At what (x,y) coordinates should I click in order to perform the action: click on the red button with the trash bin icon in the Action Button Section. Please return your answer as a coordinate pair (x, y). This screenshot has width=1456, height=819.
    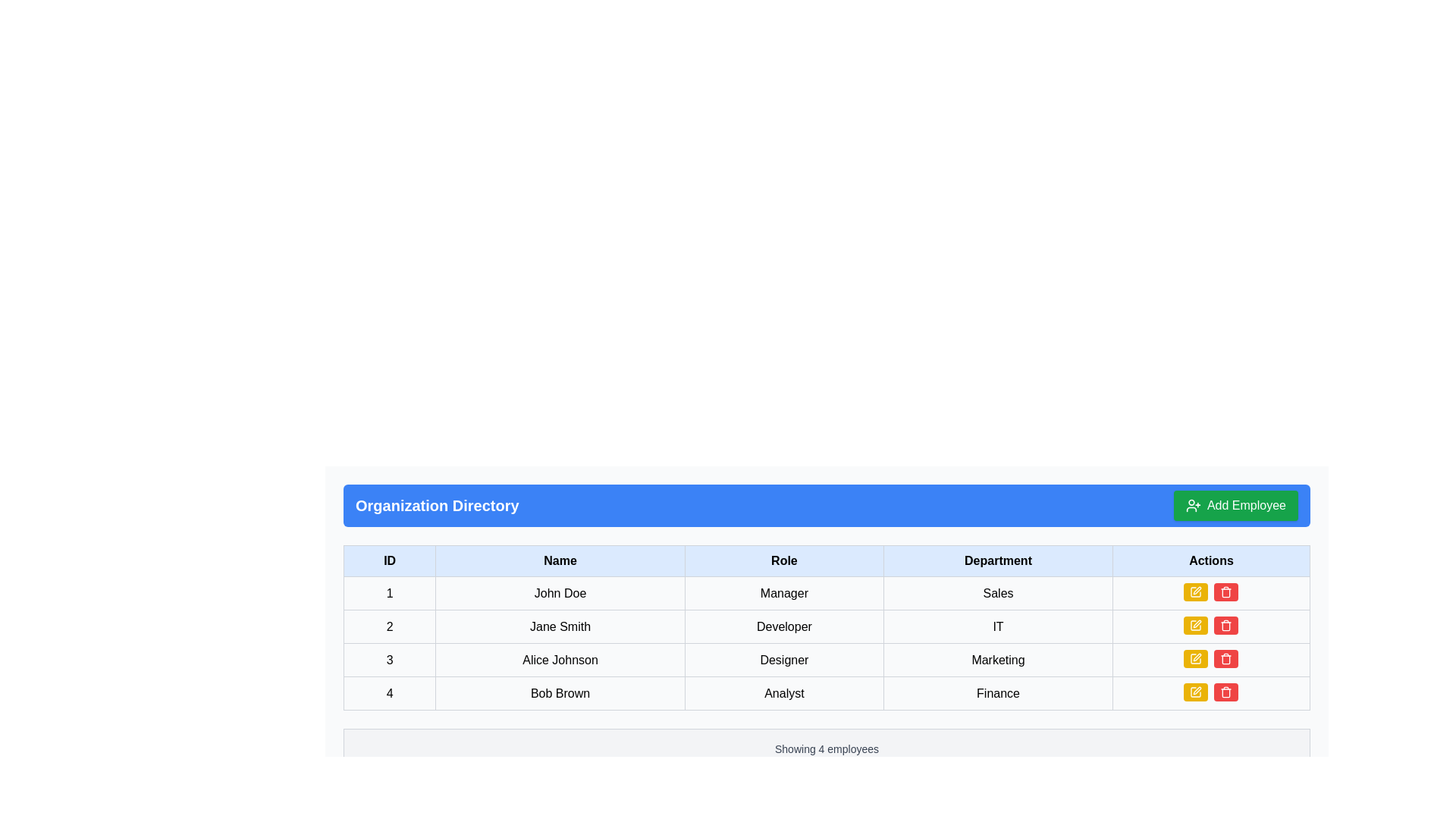
    Looking at the image, I should click on (1210, 693).